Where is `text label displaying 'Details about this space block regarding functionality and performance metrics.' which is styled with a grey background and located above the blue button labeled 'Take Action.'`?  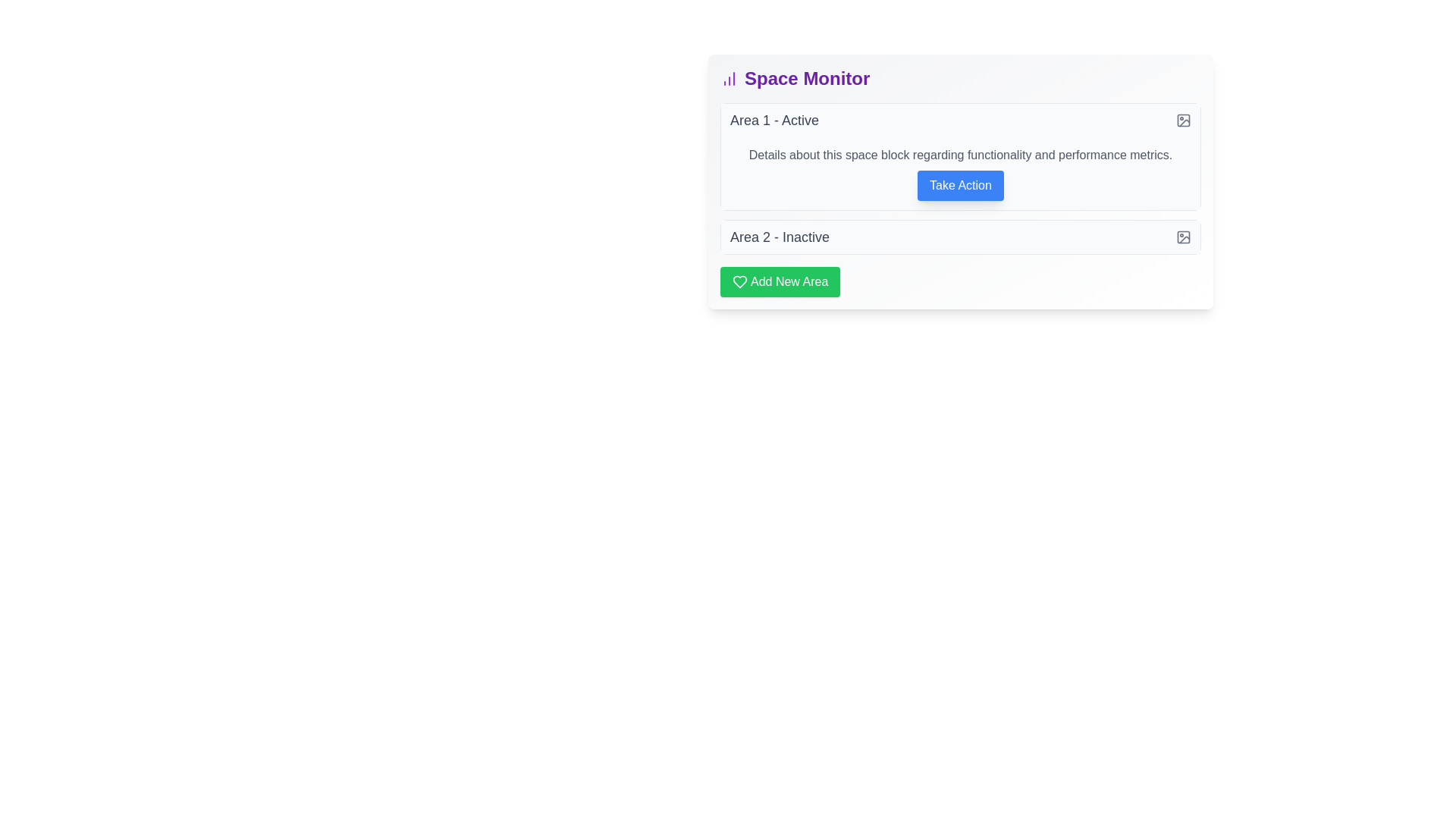 text label displaying 'Details about this space block regarding functionality and performance metrics.' which is styled with a grey background and located above the blue button labeled 'Take Action.' is located at coordinates (960, 155).